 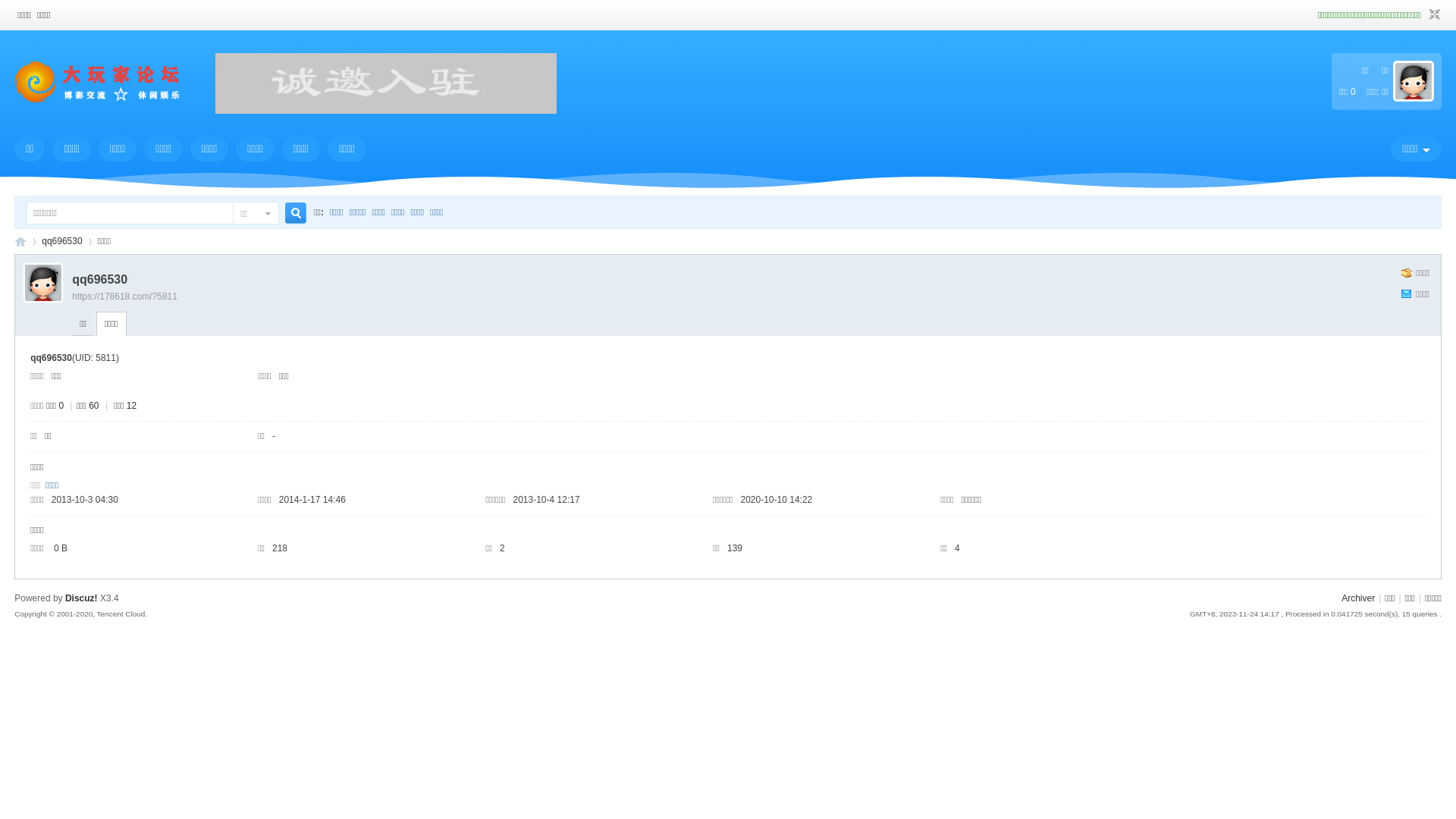 What do you see at coordinates (80, 598) in the screenshot?
I see `'Discuz!'` at bounding box center [80, 598].